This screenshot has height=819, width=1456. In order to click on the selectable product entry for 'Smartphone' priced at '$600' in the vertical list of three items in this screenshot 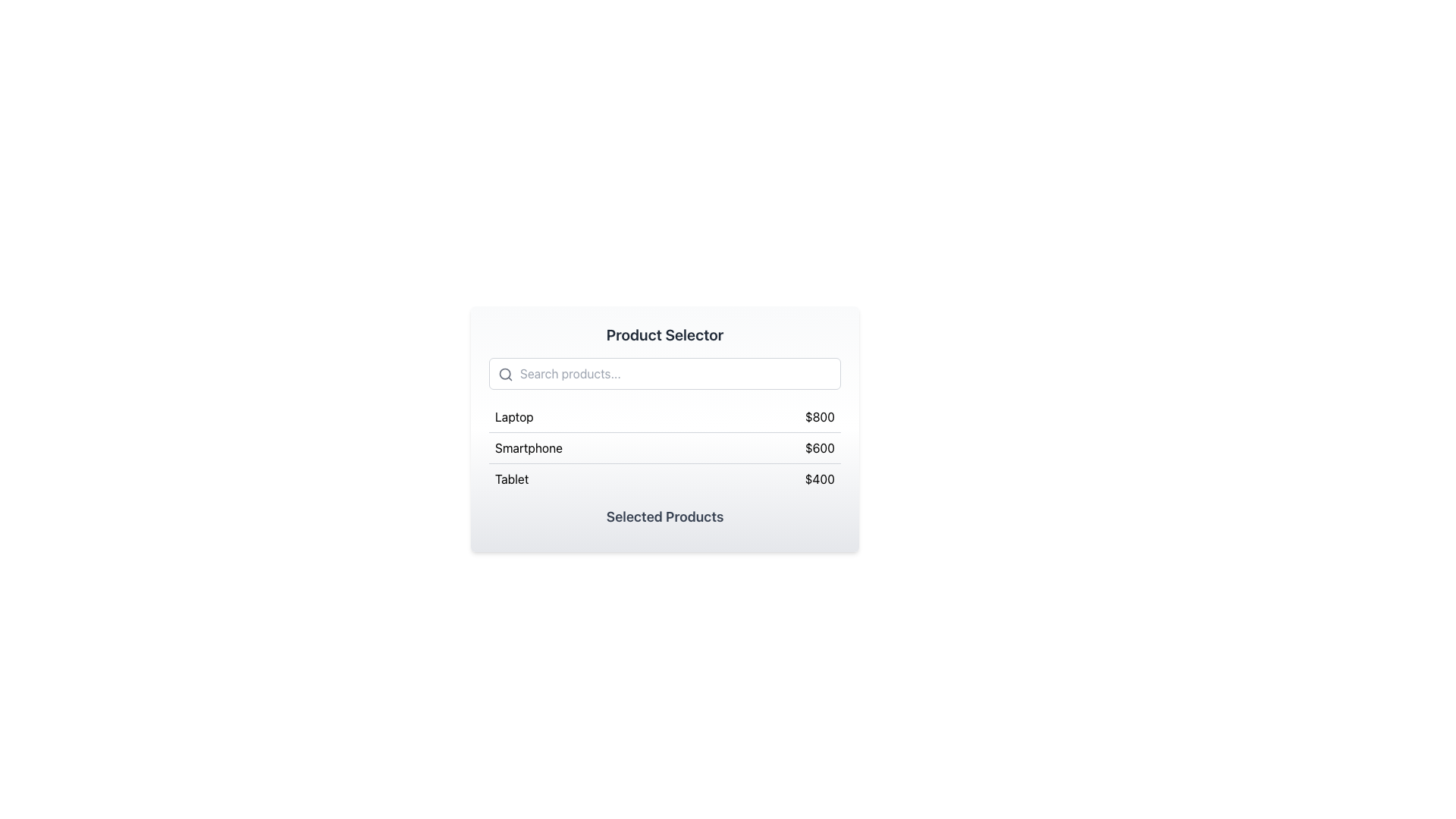, I will do `click(665, 447)`.